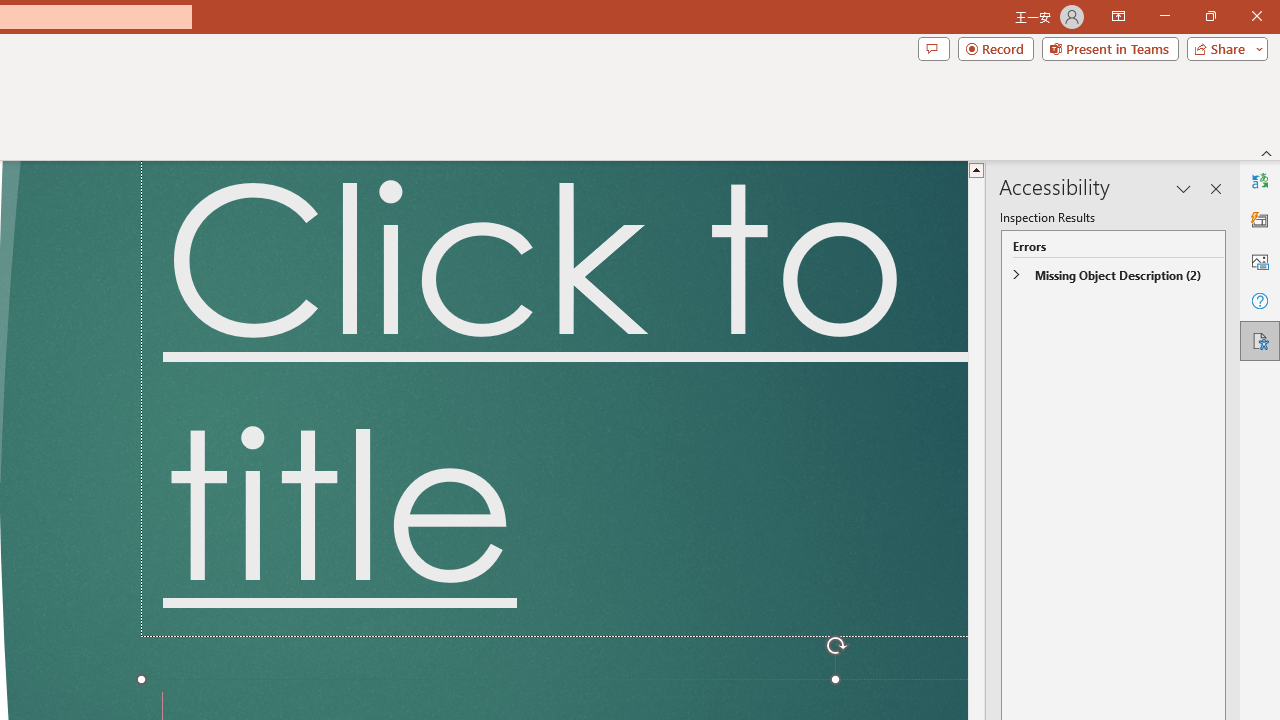 The width and height of the screenshot is (1280, 720). I want to click on 'Translator', so click(1259, 181).